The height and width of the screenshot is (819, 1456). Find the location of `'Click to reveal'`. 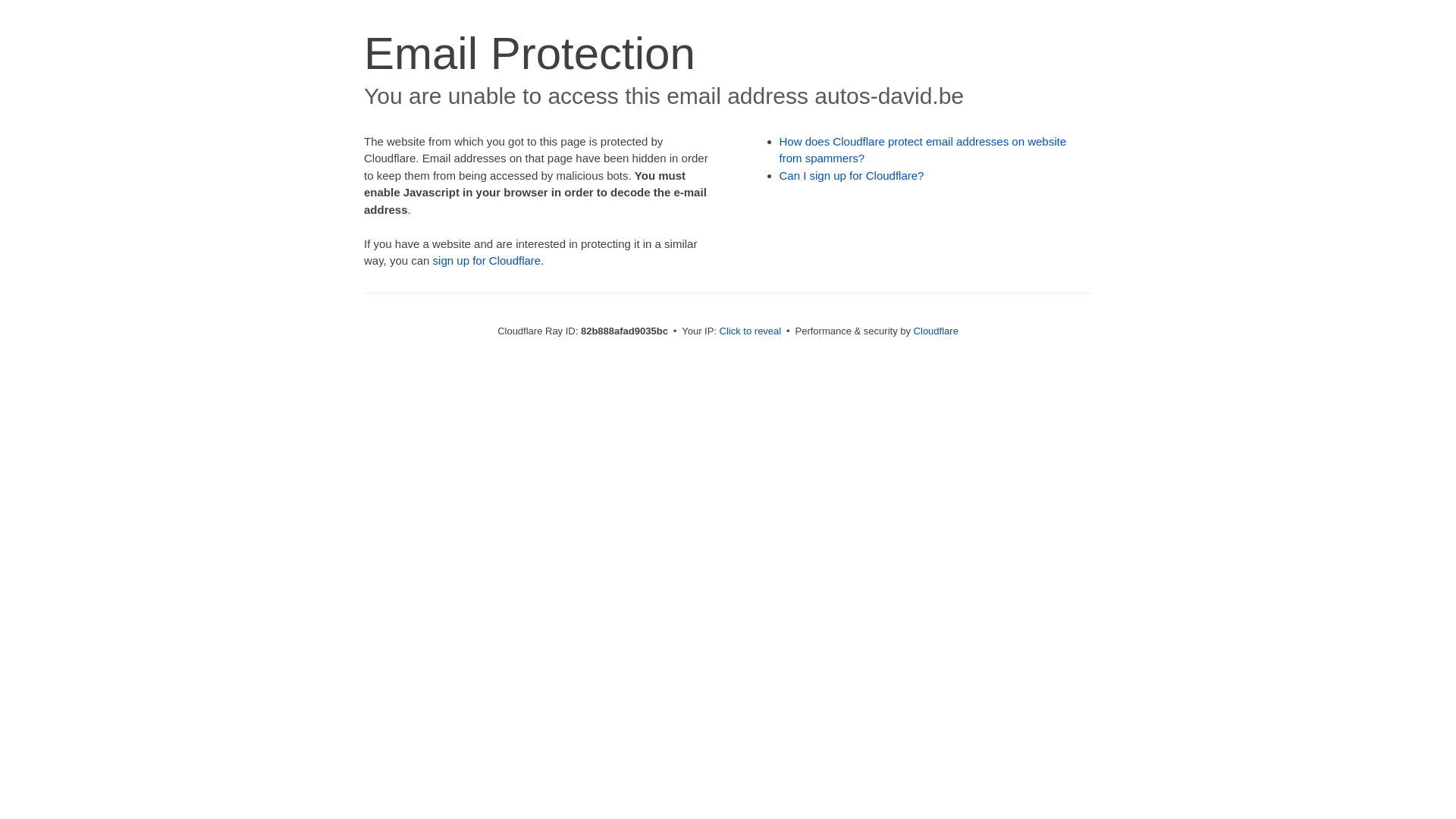

'Click to reveal' is located at coordinates (750, 330).